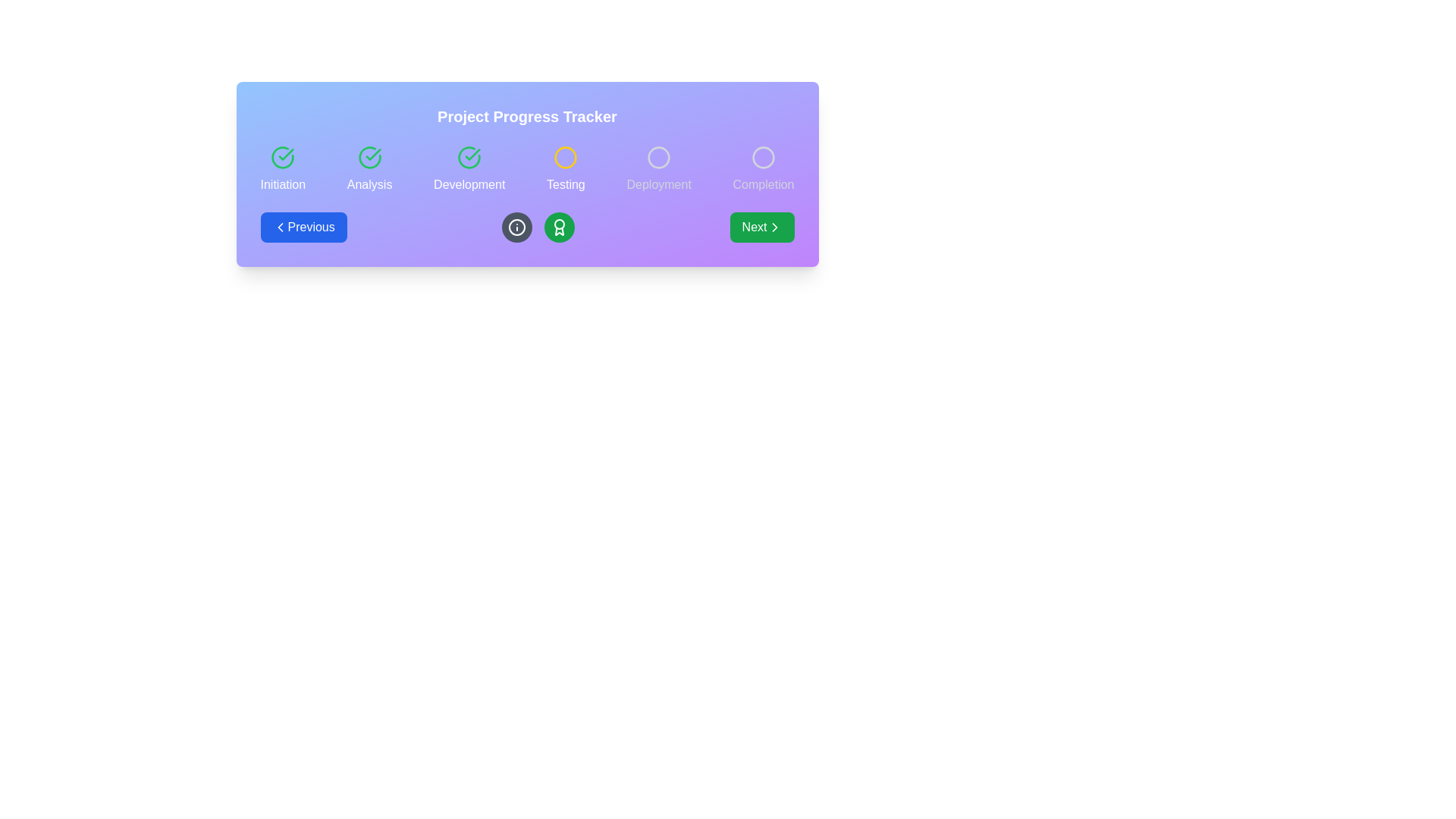 This screenshot has width=1456, height=819. Describe the element at coordinates (559, 227) in the screenshot. I see `the green circular button surrounding the decorative or informational icon located centrally in the bottom row of the interface, positioned to the right of the circular icon with an 'i' and to the left of the 'Testing' progress step indicator` at that location.